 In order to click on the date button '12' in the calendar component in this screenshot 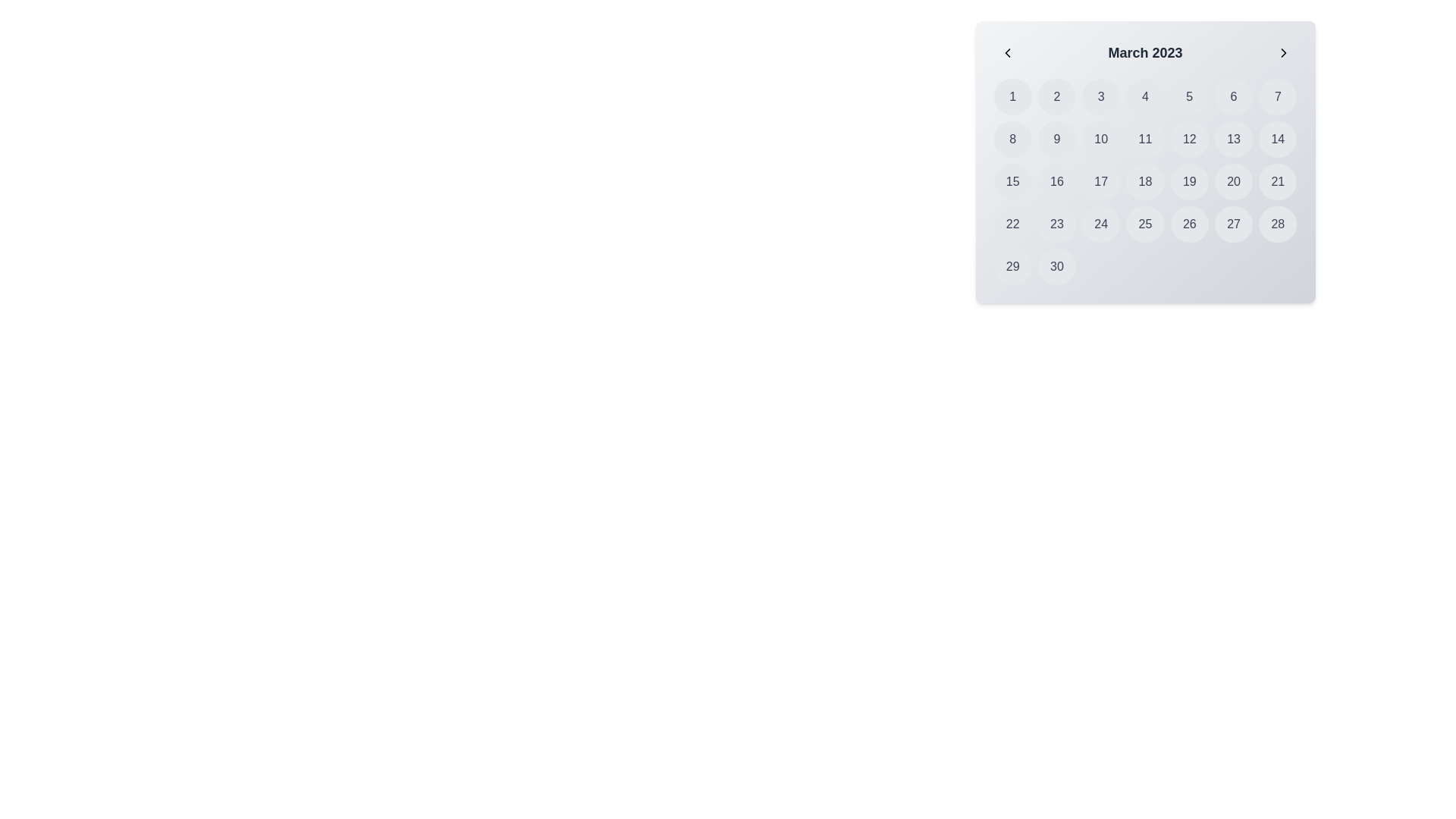, I will do `click(1188, 140)`.